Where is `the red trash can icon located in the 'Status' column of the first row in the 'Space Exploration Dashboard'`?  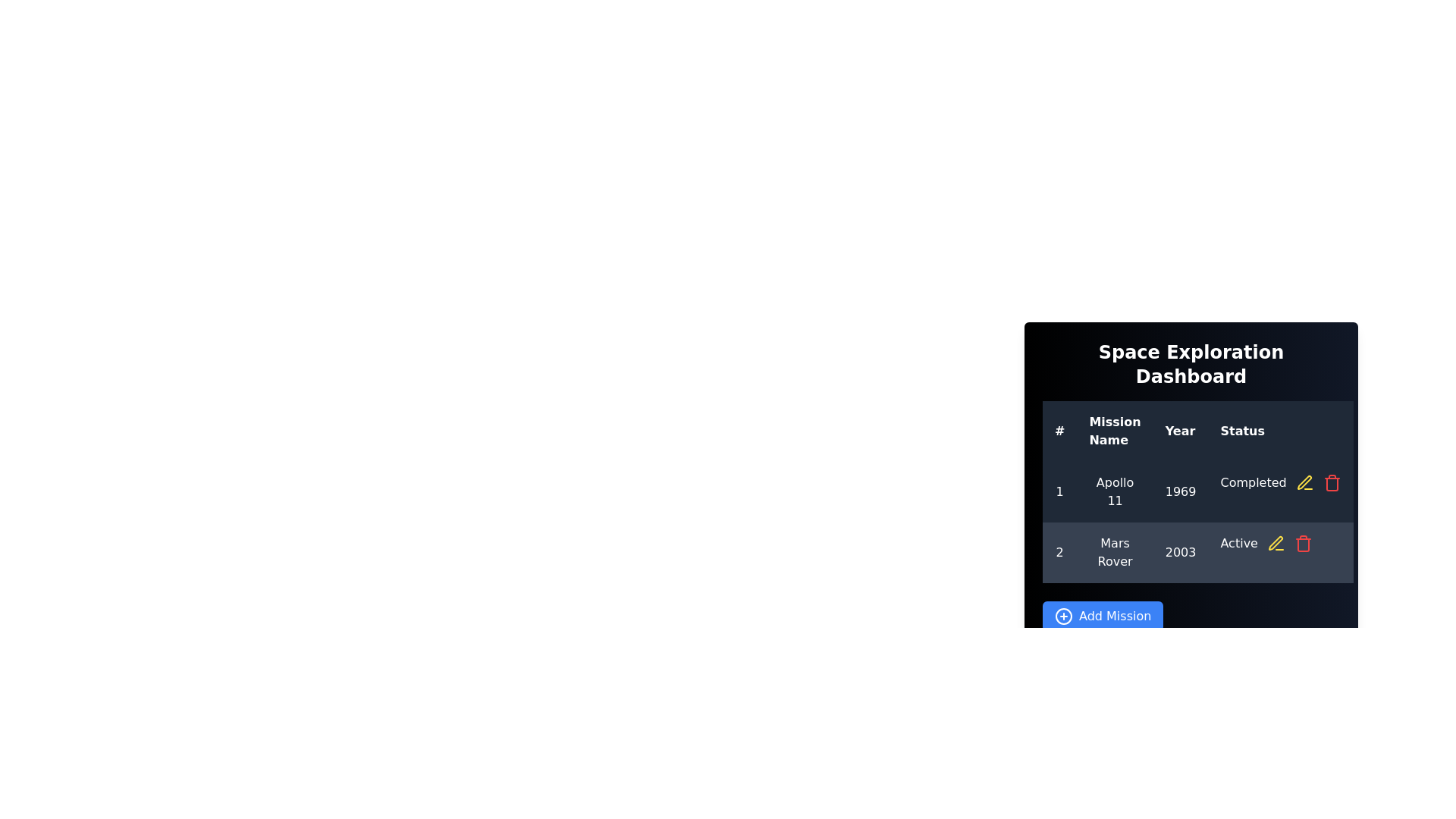 the red trash can icon located in the 'Status' column of the first row in the 'Space Exploration Dashboard' is located at coordinates (1331, 482).